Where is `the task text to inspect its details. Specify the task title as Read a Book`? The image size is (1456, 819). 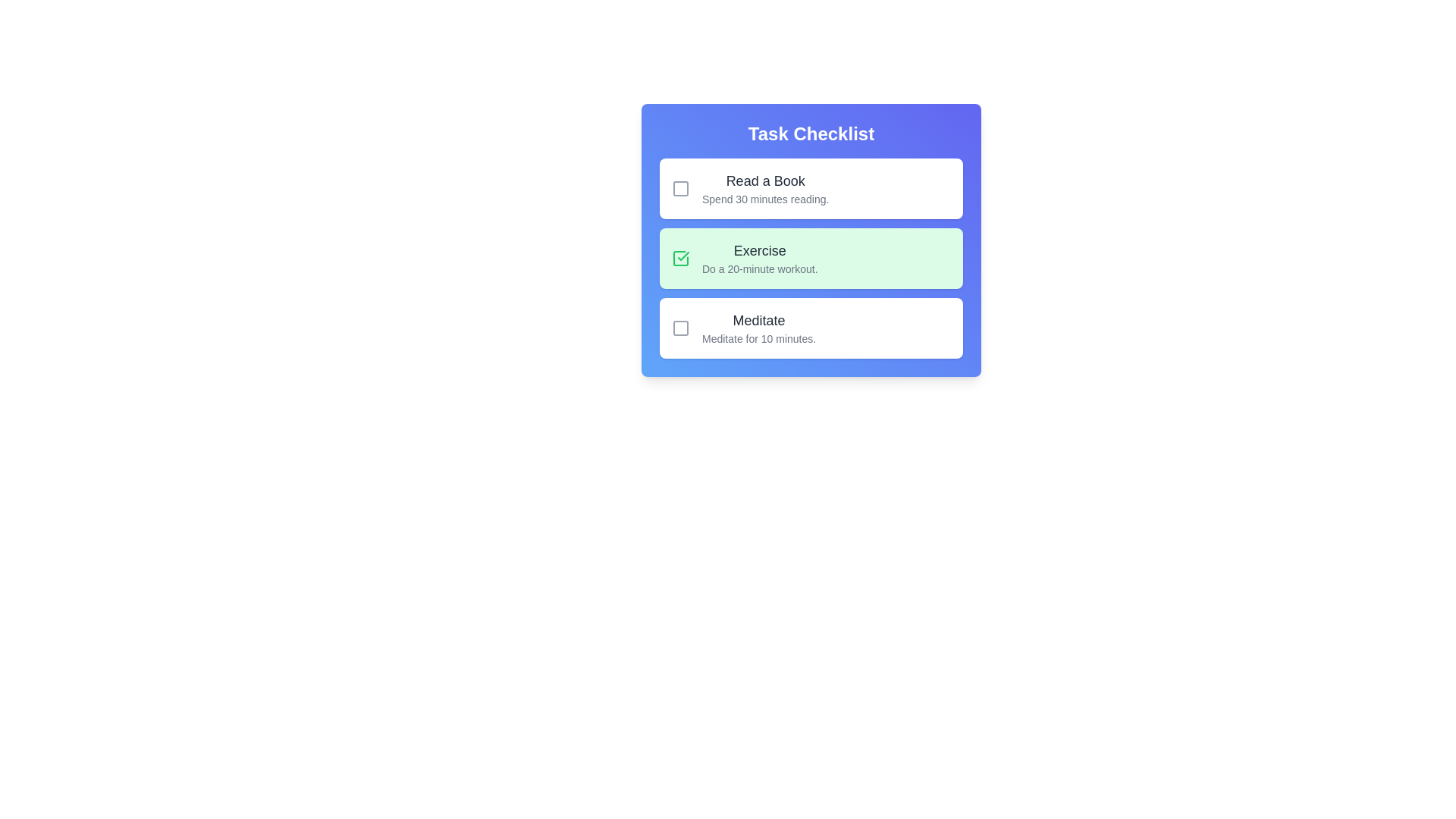 the task text to inspect its details. Specify the task title as Read a Book is located at coordinates (765, 180).